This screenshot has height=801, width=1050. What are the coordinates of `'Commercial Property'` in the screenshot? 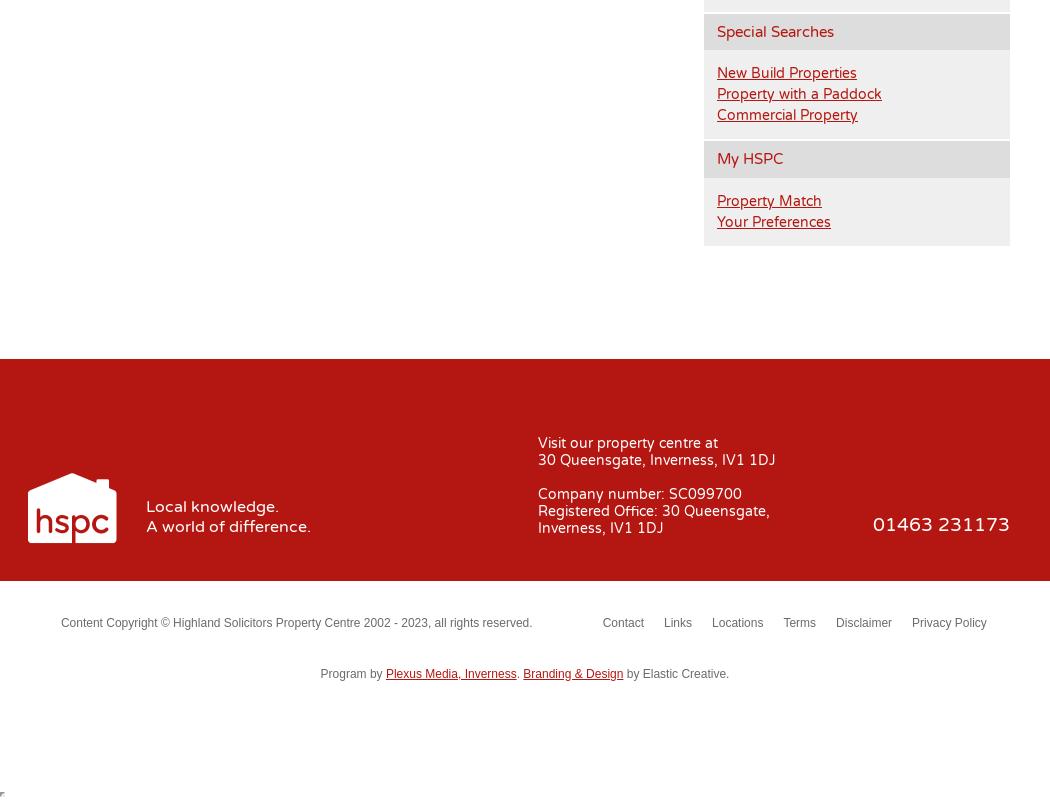 It's located at (716, 114).